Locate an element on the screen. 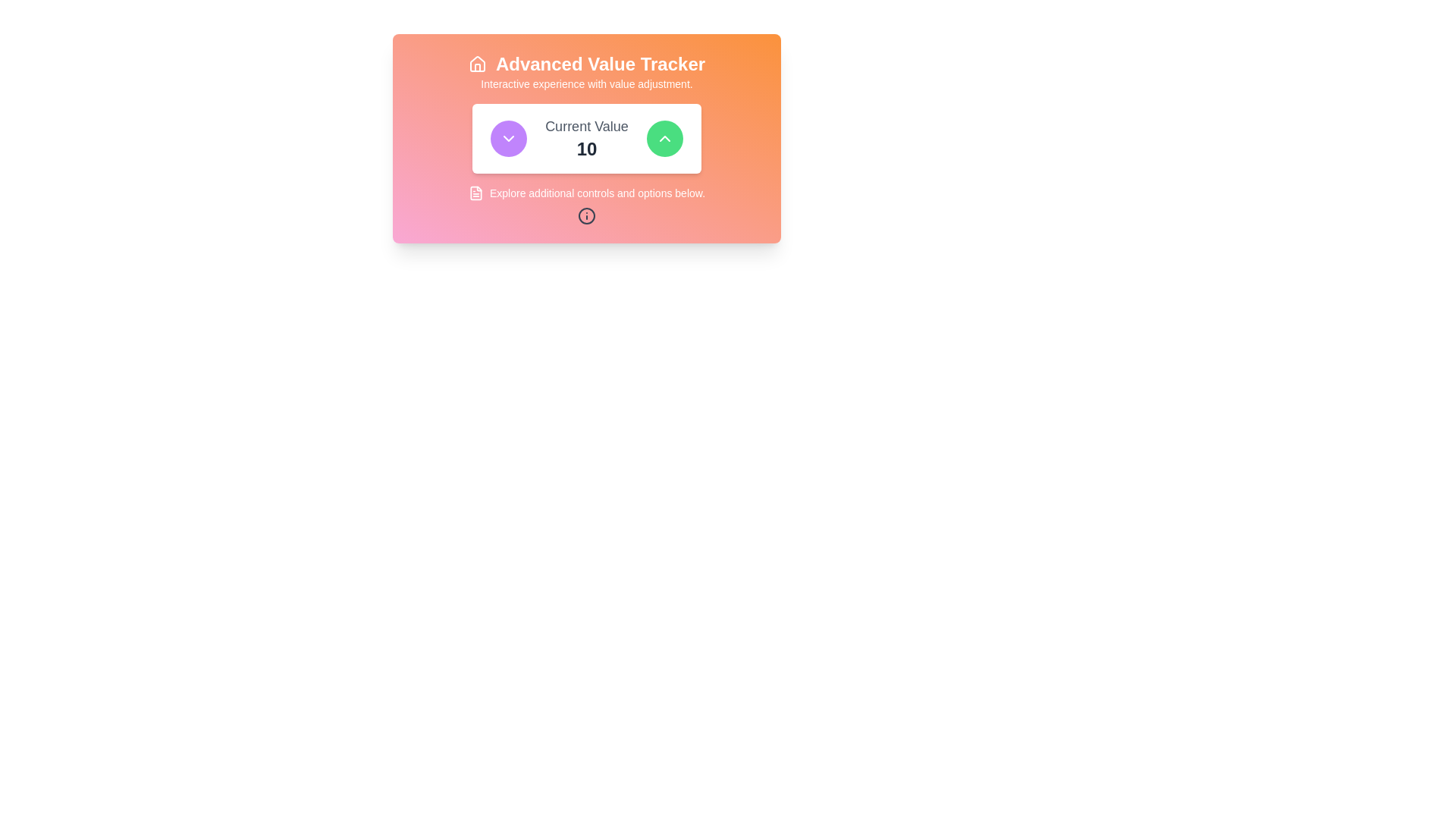  the informational icon located at the bottom center of the interface's additional controls section is located at coordinates (585, 216).